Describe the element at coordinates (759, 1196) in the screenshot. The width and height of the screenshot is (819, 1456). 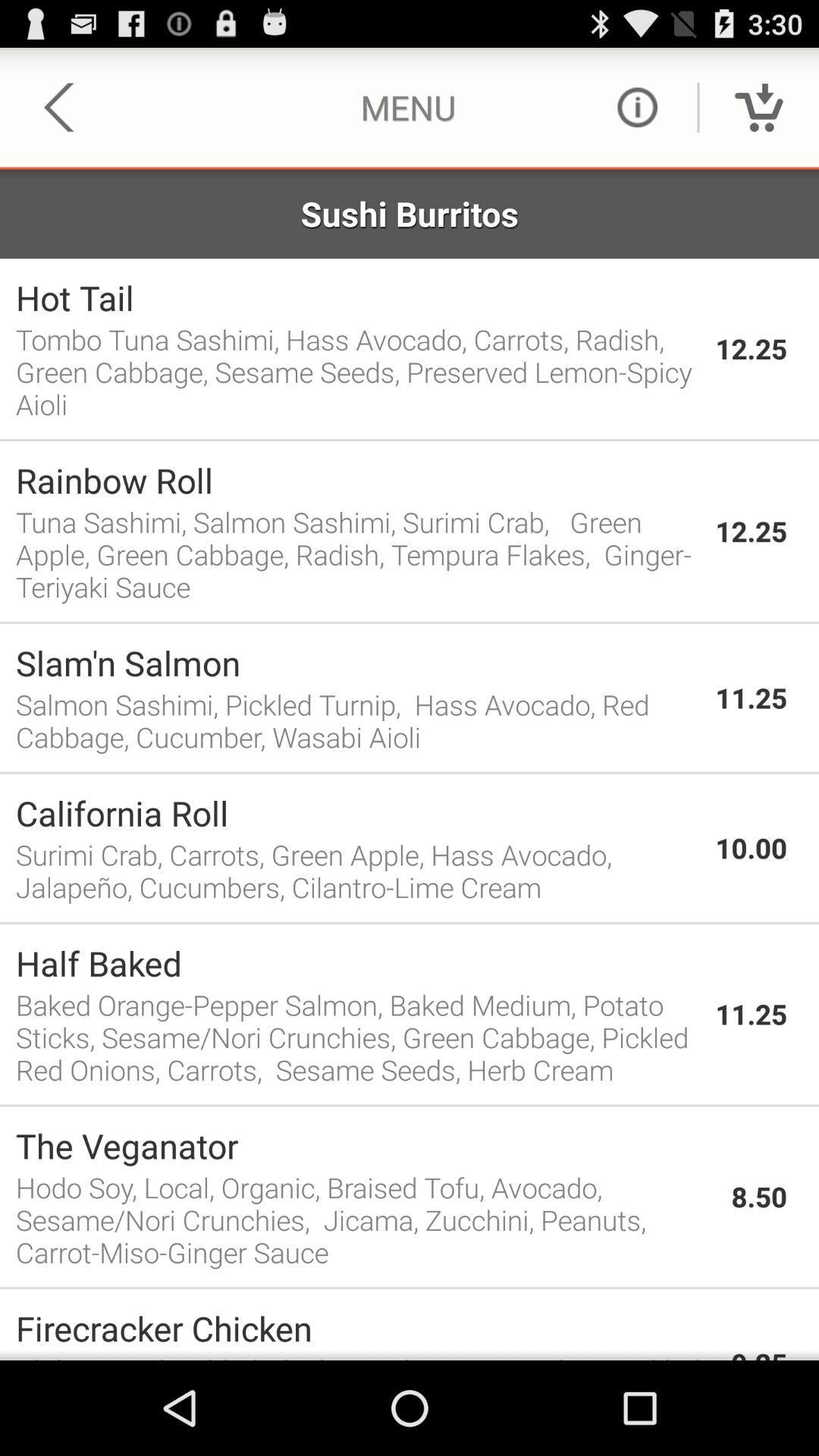
I see `item next to the the veganator item` at that location.